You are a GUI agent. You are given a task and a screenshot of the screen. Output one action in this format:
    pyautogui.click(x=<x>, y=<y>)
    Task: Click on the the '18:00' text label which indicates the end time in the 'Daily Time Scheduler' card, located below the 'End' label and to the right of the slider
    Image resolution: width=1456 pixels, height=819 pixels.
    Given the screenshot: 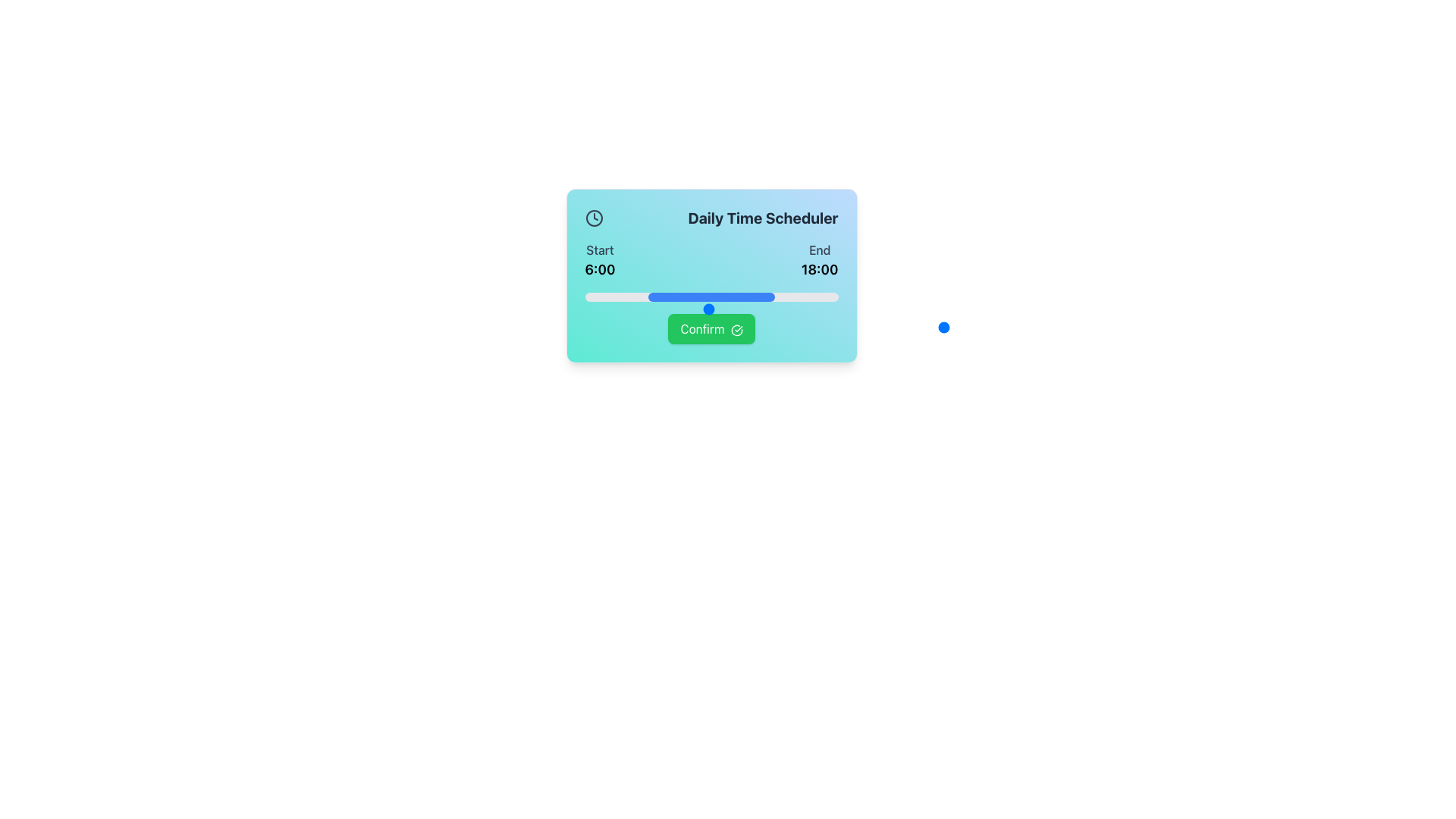 What is the action you would take?
    pyautogui.click(x=819, y=268)
    